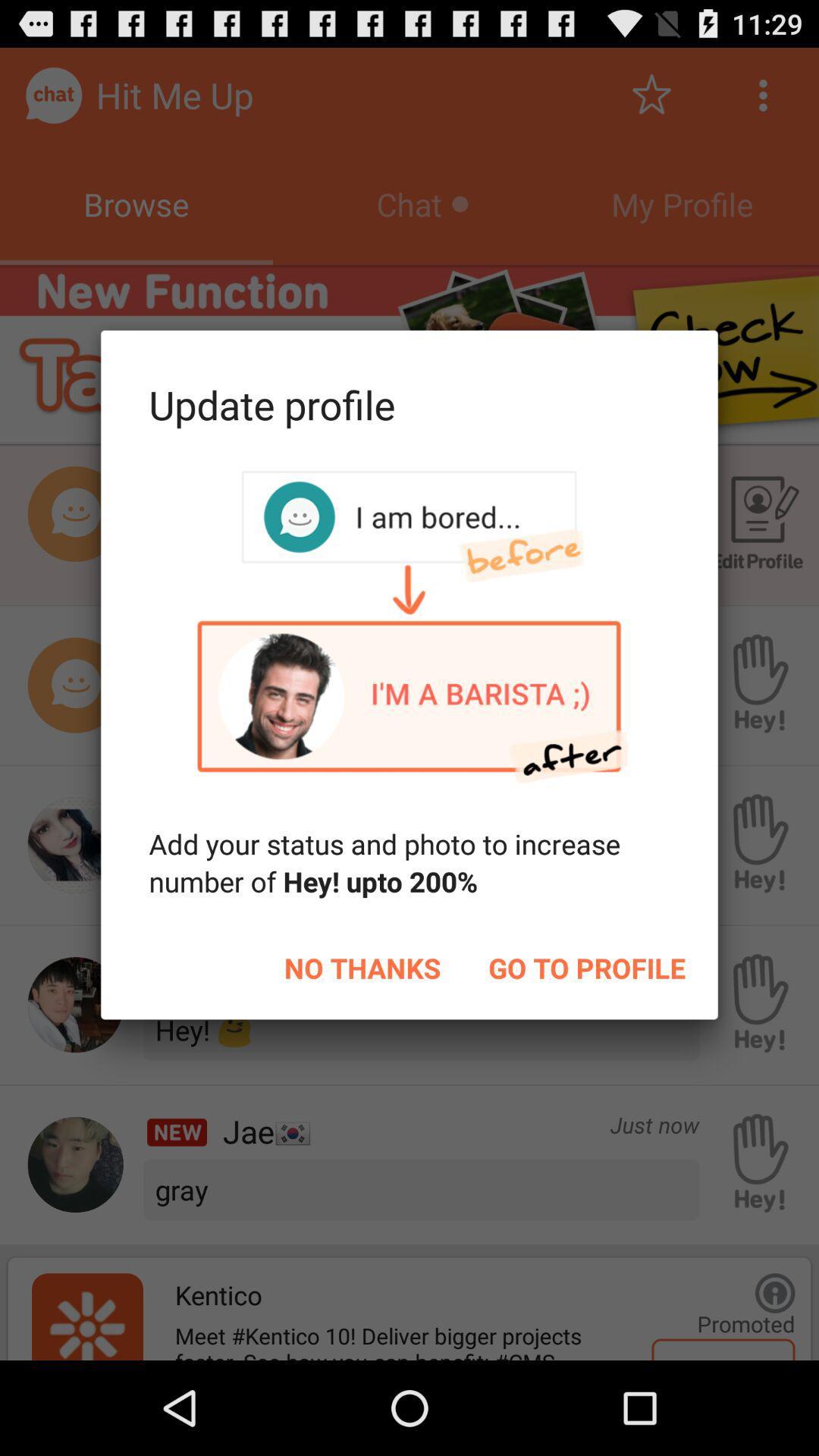 The width and height of the screenshot is (819, 1456). What do you see at coordinates (362, 967) in the screenshot?
I see `the app below number of` at bounding box center [362, 967].